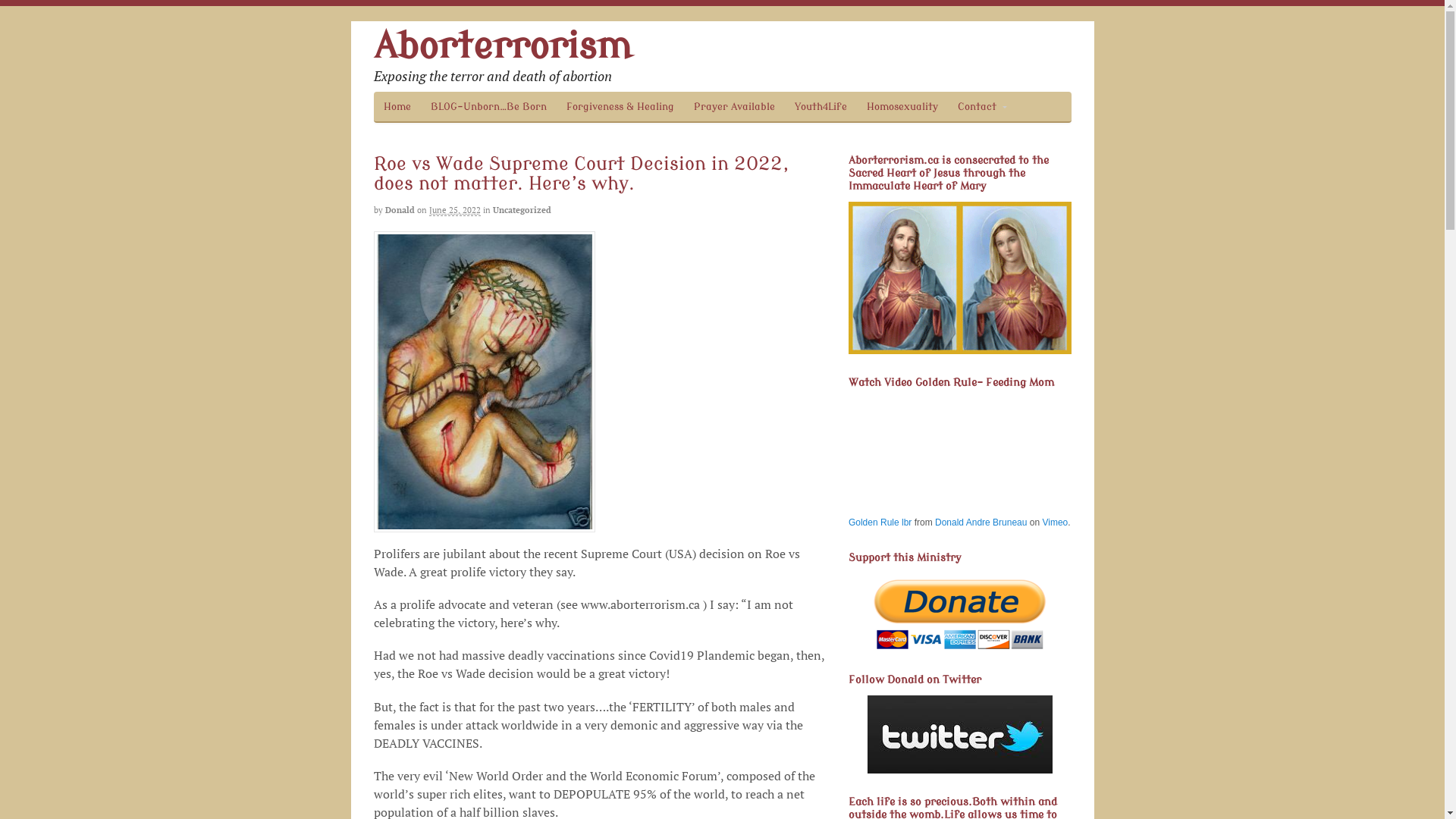 The height and width of the screenshot is (819, 1456). I want to click on 'Youth4Life', so click(819, 105).